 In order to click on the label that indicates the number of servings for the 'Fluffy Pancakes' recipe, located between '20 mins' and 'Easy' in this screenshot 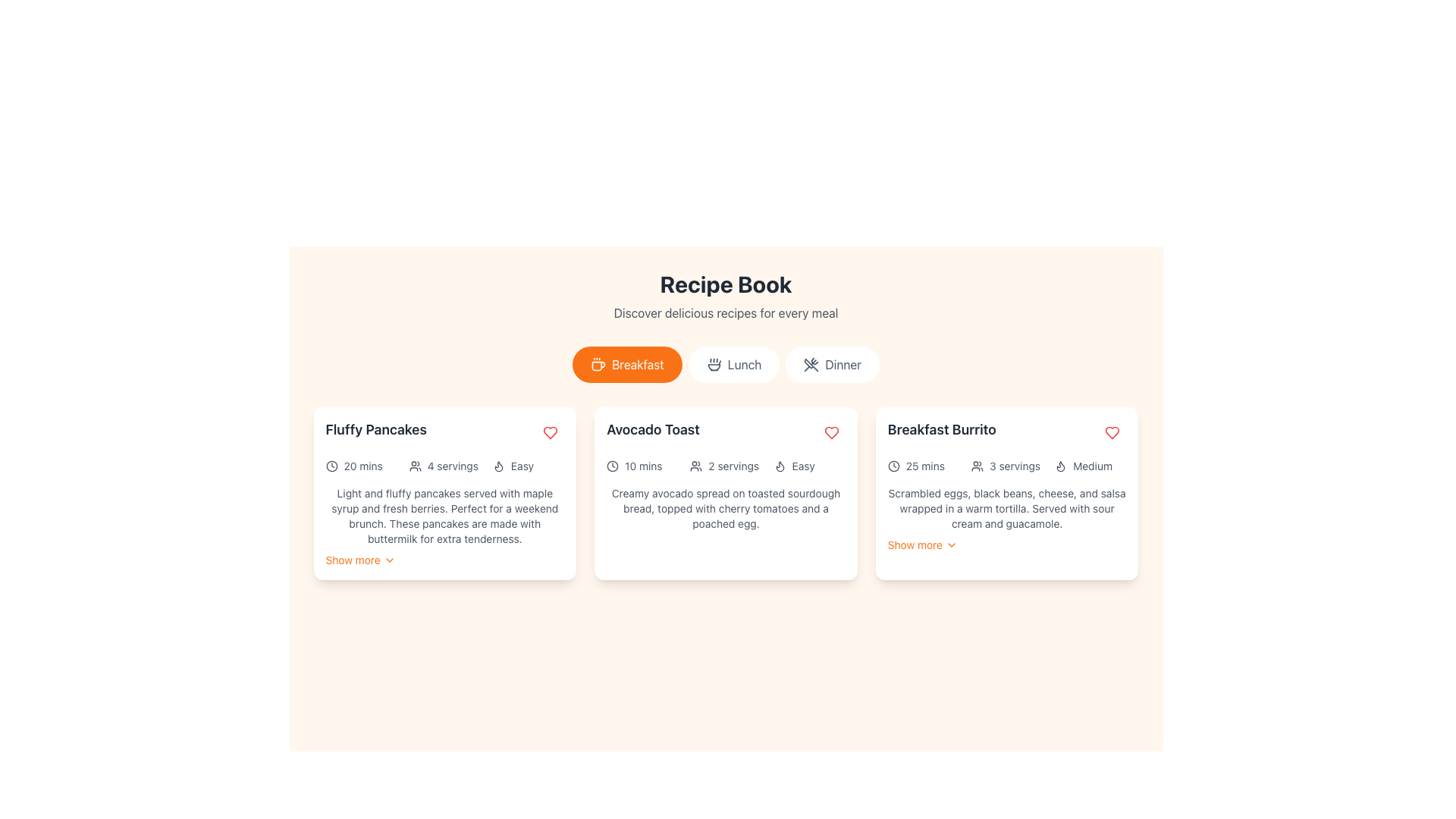, I will do `click(444, 465)`.